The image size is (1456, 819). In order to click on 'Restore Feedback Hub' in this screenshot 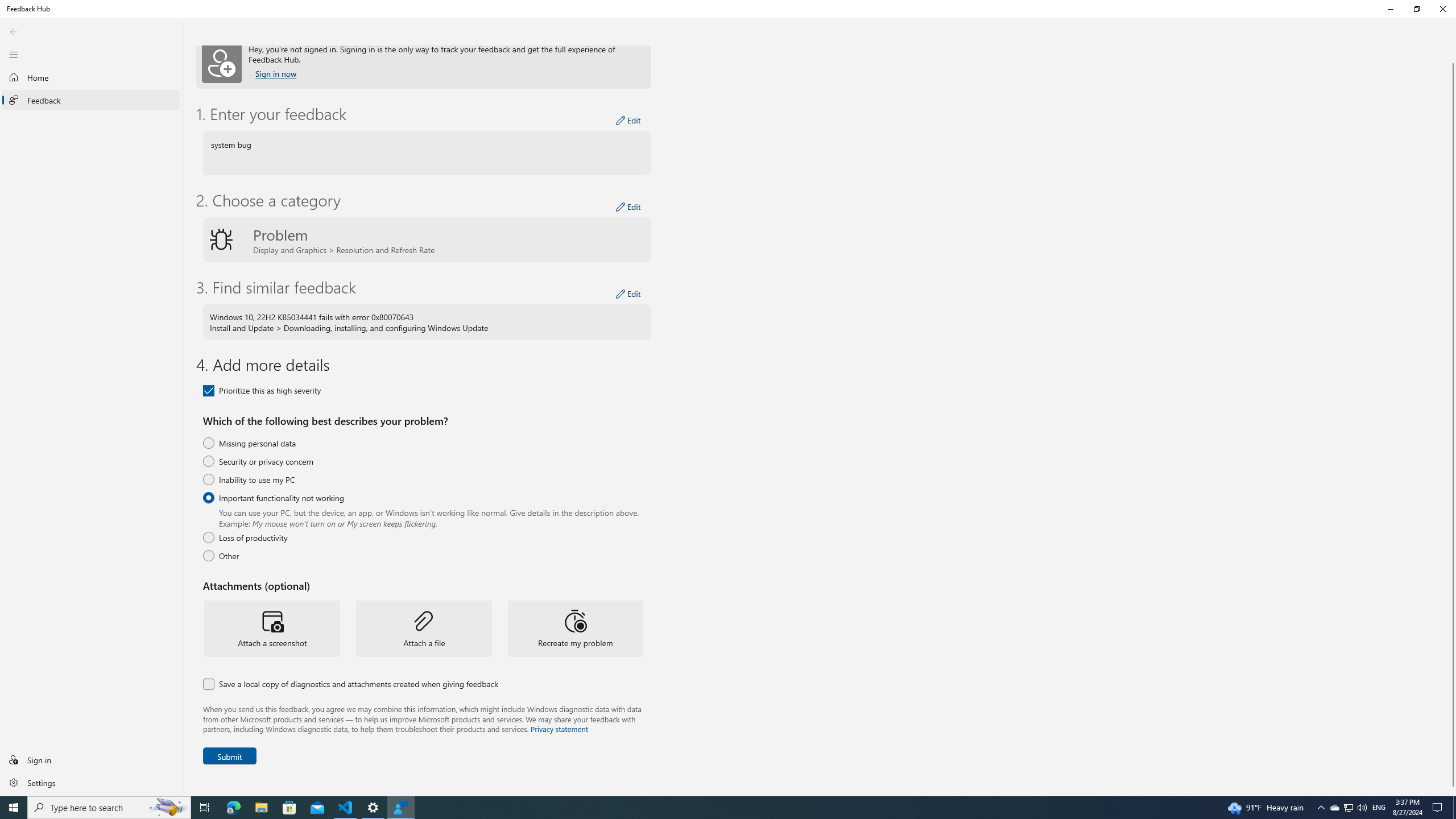, I will do `click(1416, 9)`.